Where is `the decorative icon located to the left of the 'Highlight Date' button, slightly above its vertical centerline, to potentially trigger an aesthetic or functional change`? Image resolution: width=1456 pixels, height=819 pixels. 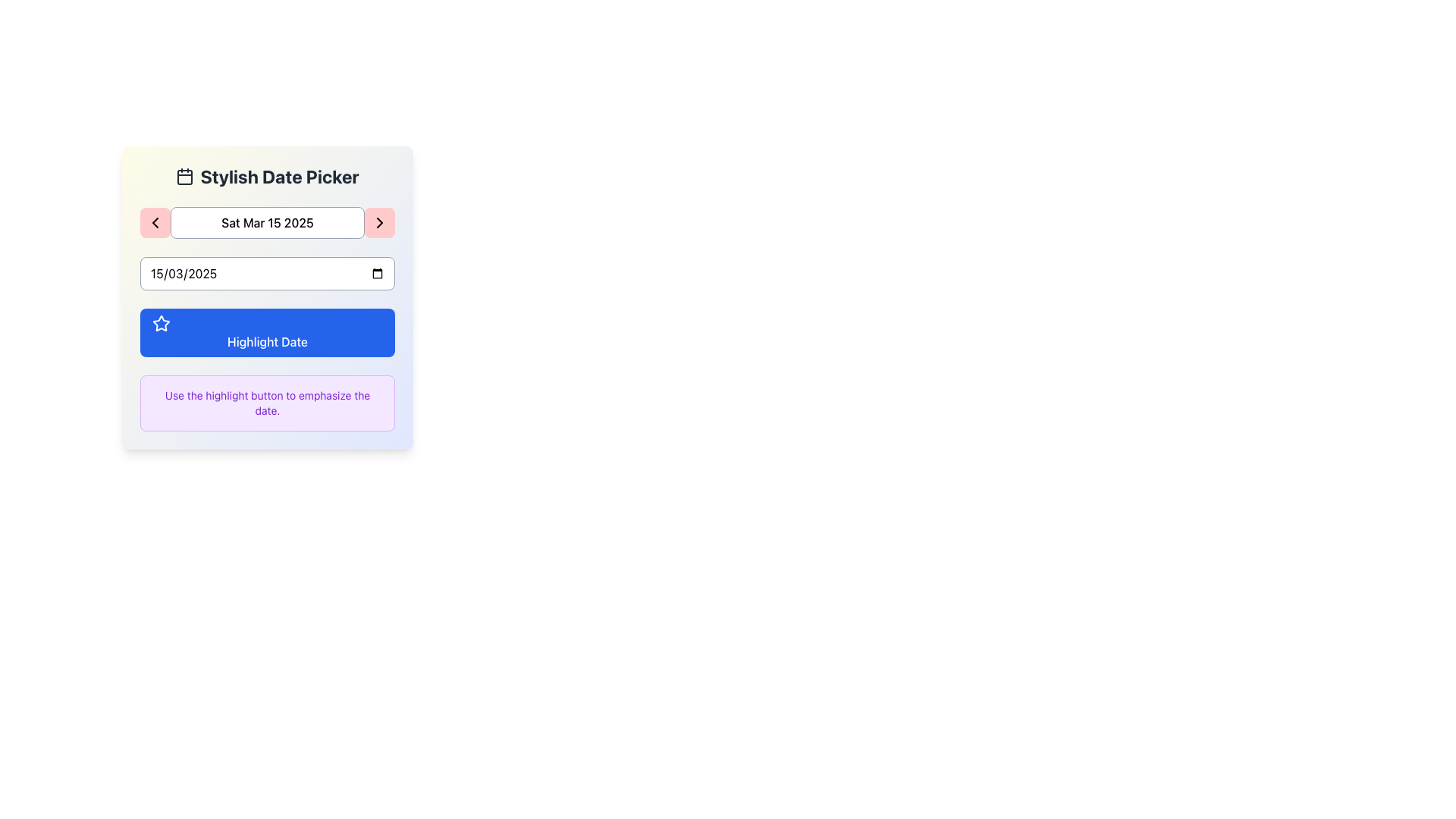
the decorative icon located to the left of the 'Highlight Date' button, slightly above its vertical centerline, to potentially trigger an aesthetic or functional change is located at coordinates (161, 322).